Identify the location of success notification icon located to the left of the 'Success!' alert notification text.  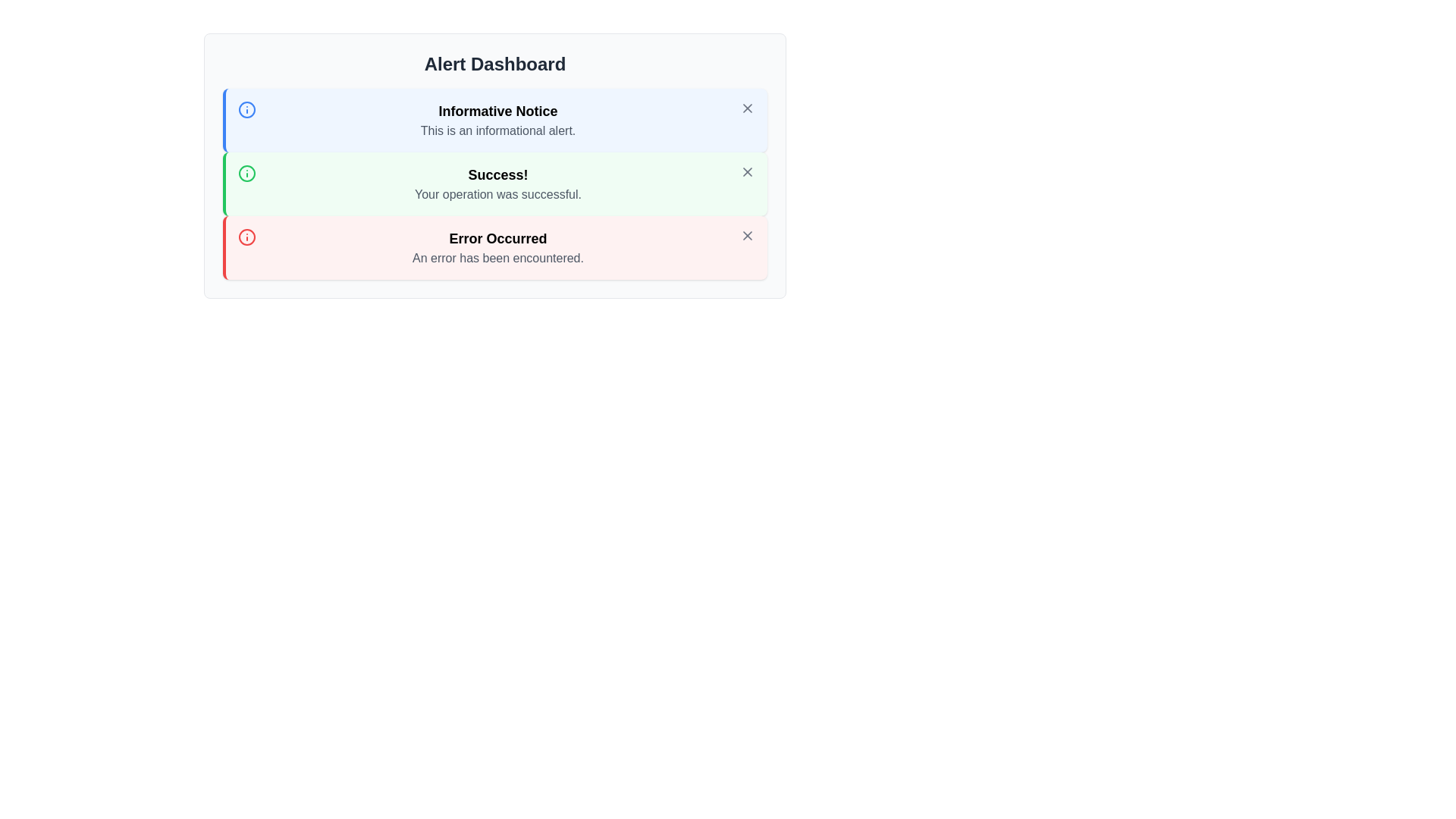
(247, 172).